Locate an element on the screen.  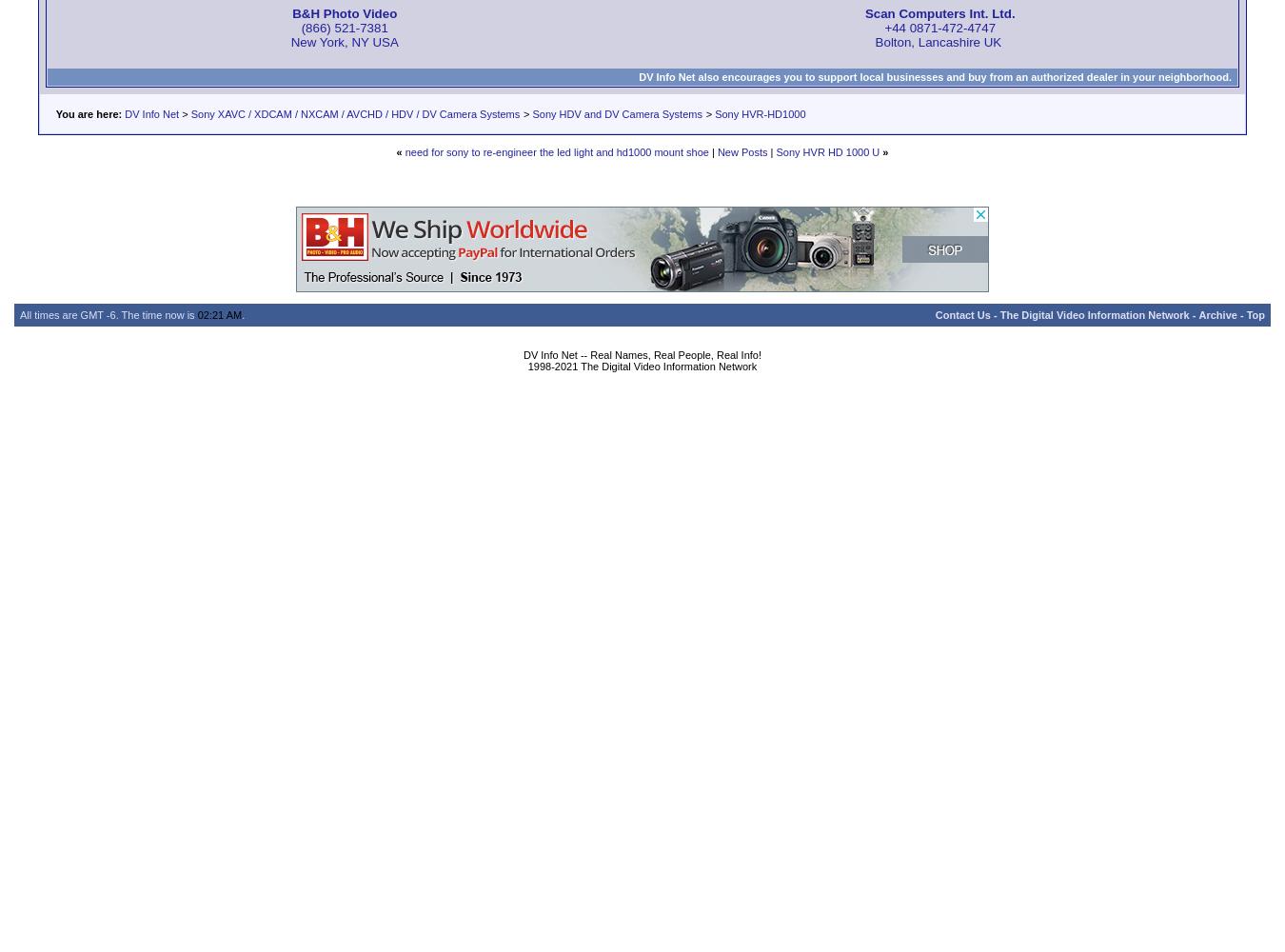
'New York, NY USA' is located at coordinates (344, 41).